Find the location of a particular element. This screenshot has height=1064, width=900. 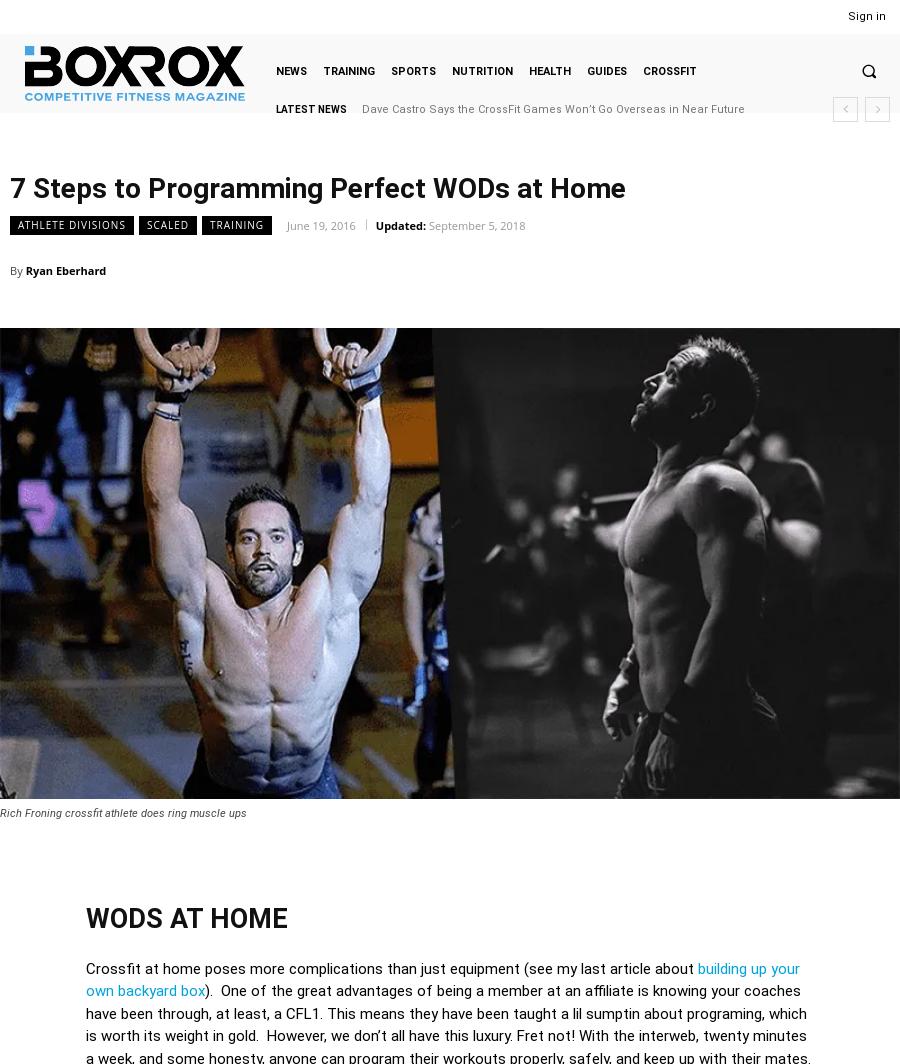

'building up your own backyard box' is located at coordinates (442, 979).